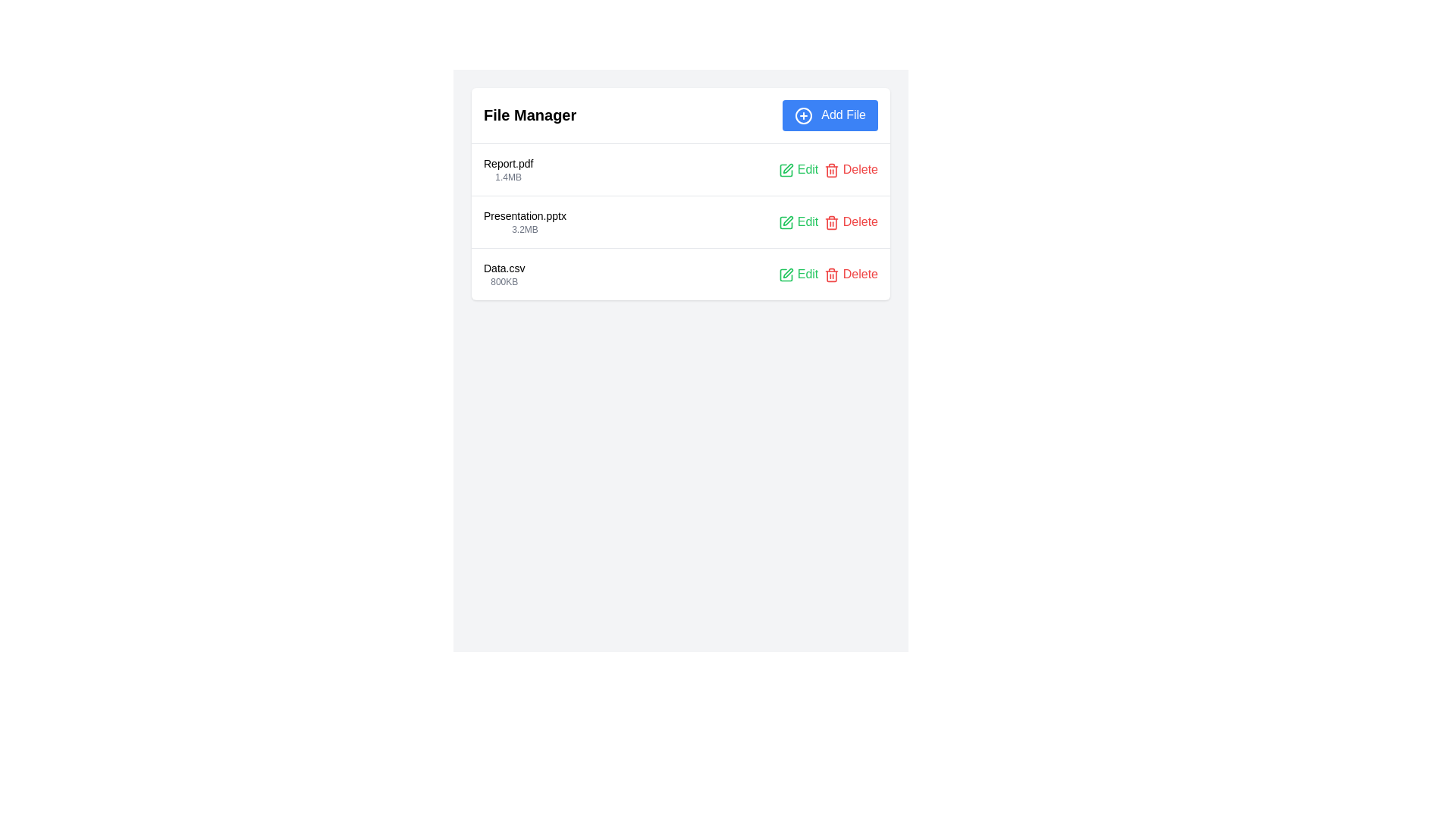 The height and width of the screenshot is (819, 1456). What do you see at coordinates (508, 176) in the screenshot?
I see `the static text label displaying the file size '1.4MB' associated with 'Report.pdf', located in the first row of the file listing interface` at bounding box center [508, 176].